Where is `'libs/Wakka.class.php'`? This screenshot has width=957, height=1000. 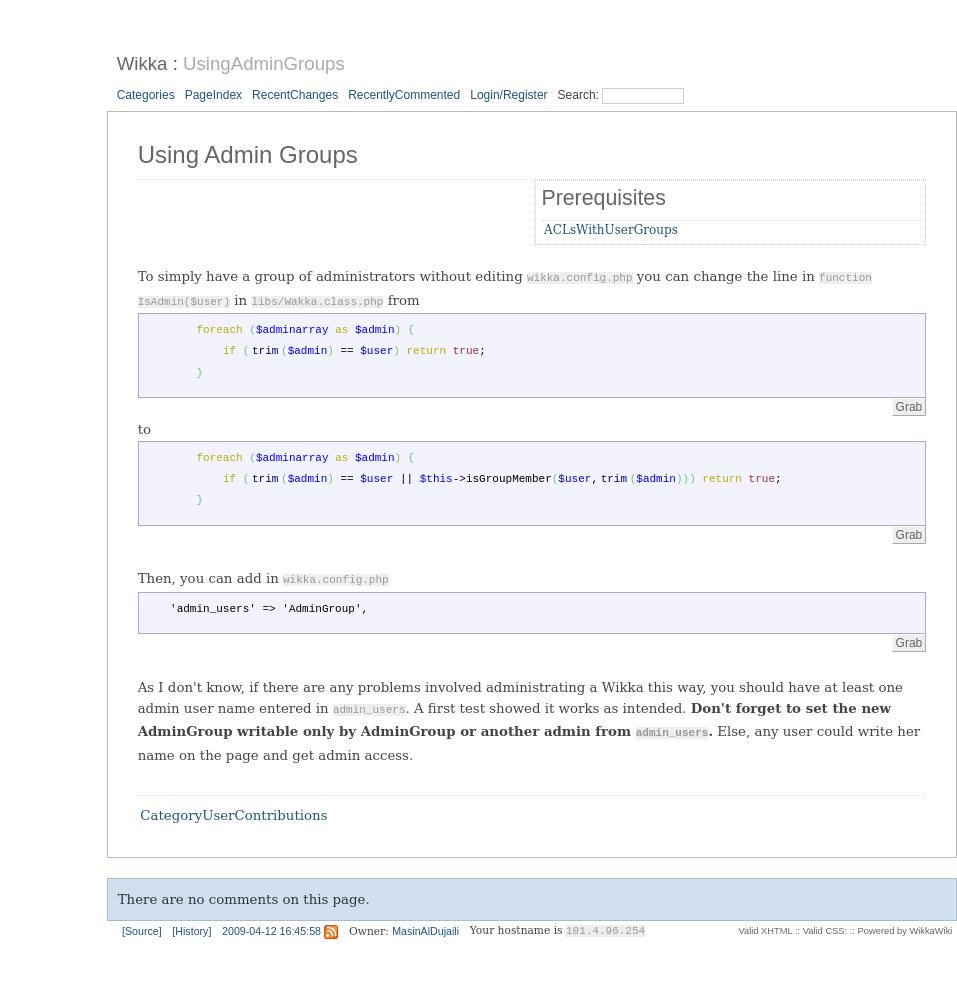
'libs/Wakka.class.php' is located at coordinates (250, 301).